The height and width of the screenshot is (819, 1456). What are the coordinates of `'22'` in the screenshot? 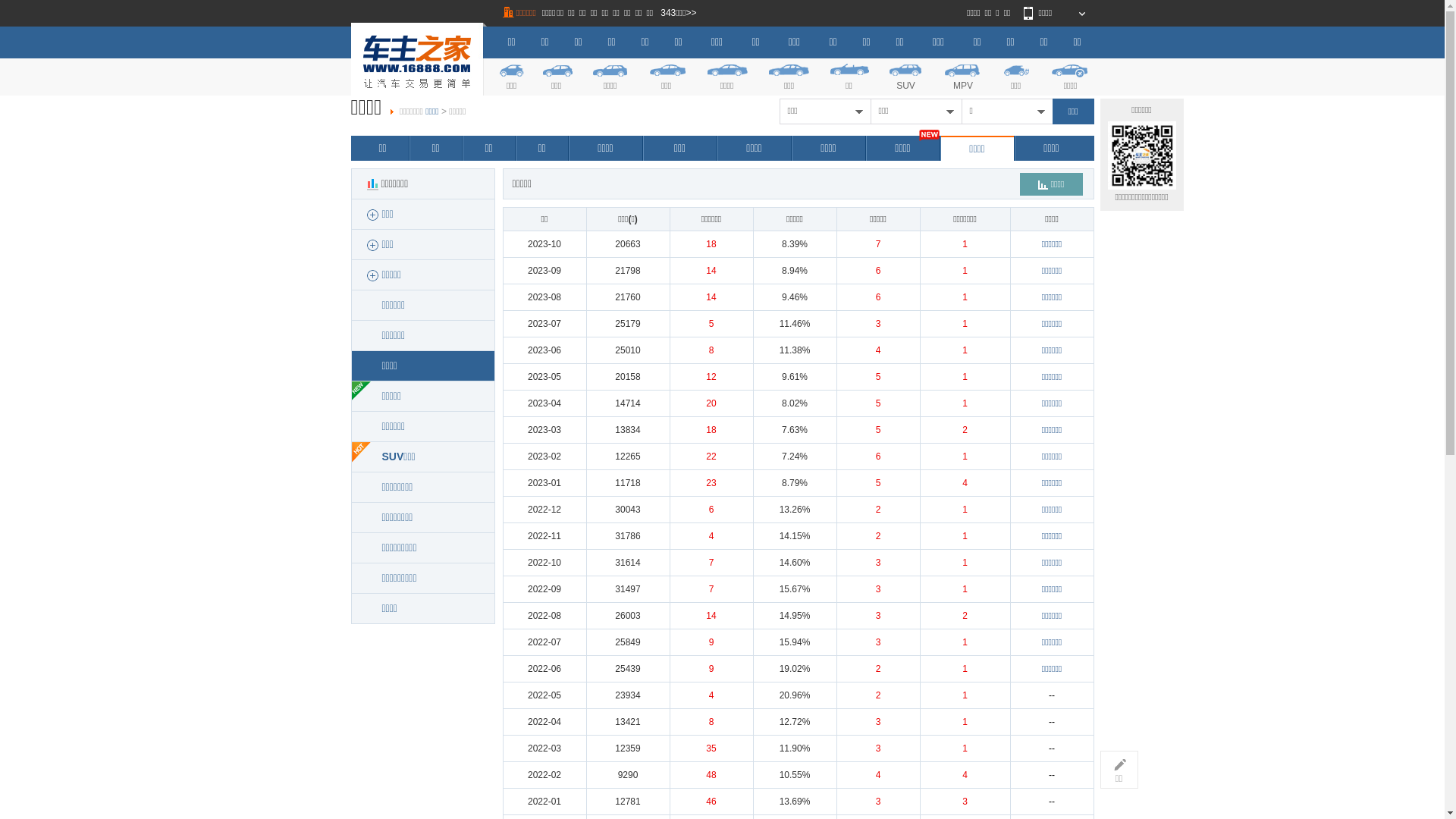 It's located at (710, 455).